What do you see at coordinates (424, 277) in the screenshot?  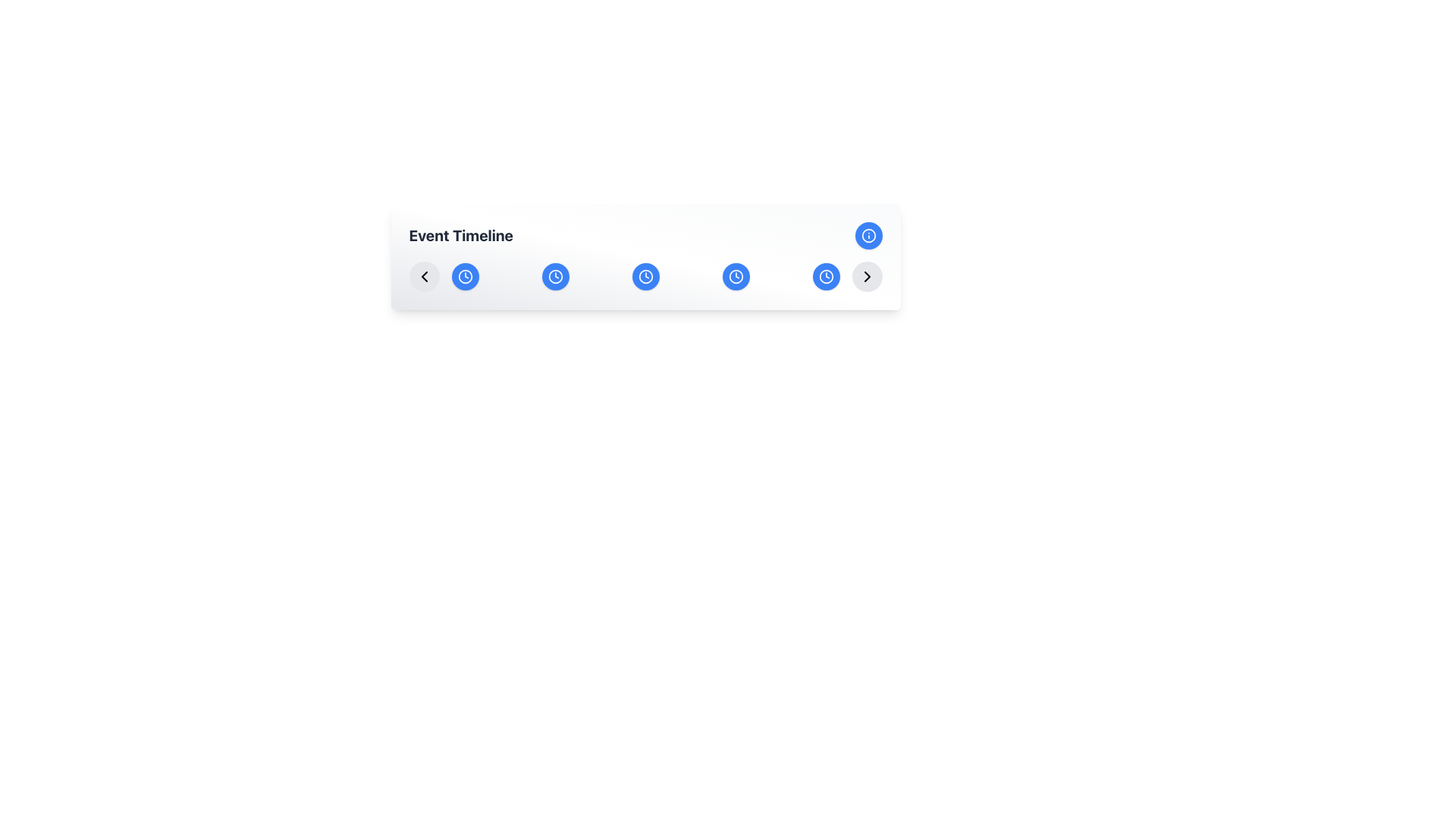 I see `the left navigation button located at the leftmost side of the row of interactive icons to navigate to the previous step in the sequence` at bounding box center [424, 277].